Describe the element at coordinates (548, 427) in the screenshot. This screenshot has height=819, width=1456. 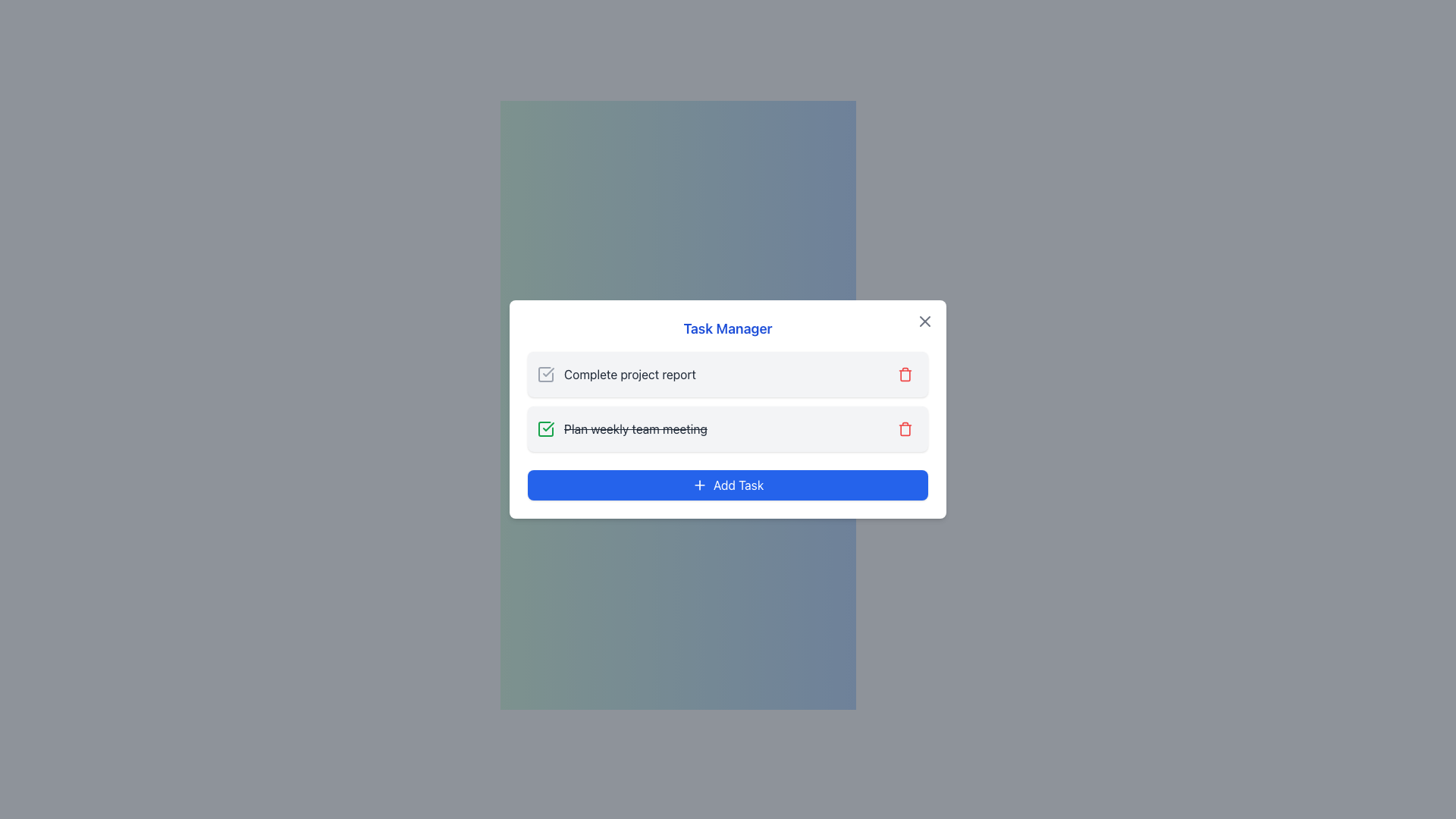
I see `checkmark vector graphic indicating completion for the task 'Plan weekly team meeting'` at that location.